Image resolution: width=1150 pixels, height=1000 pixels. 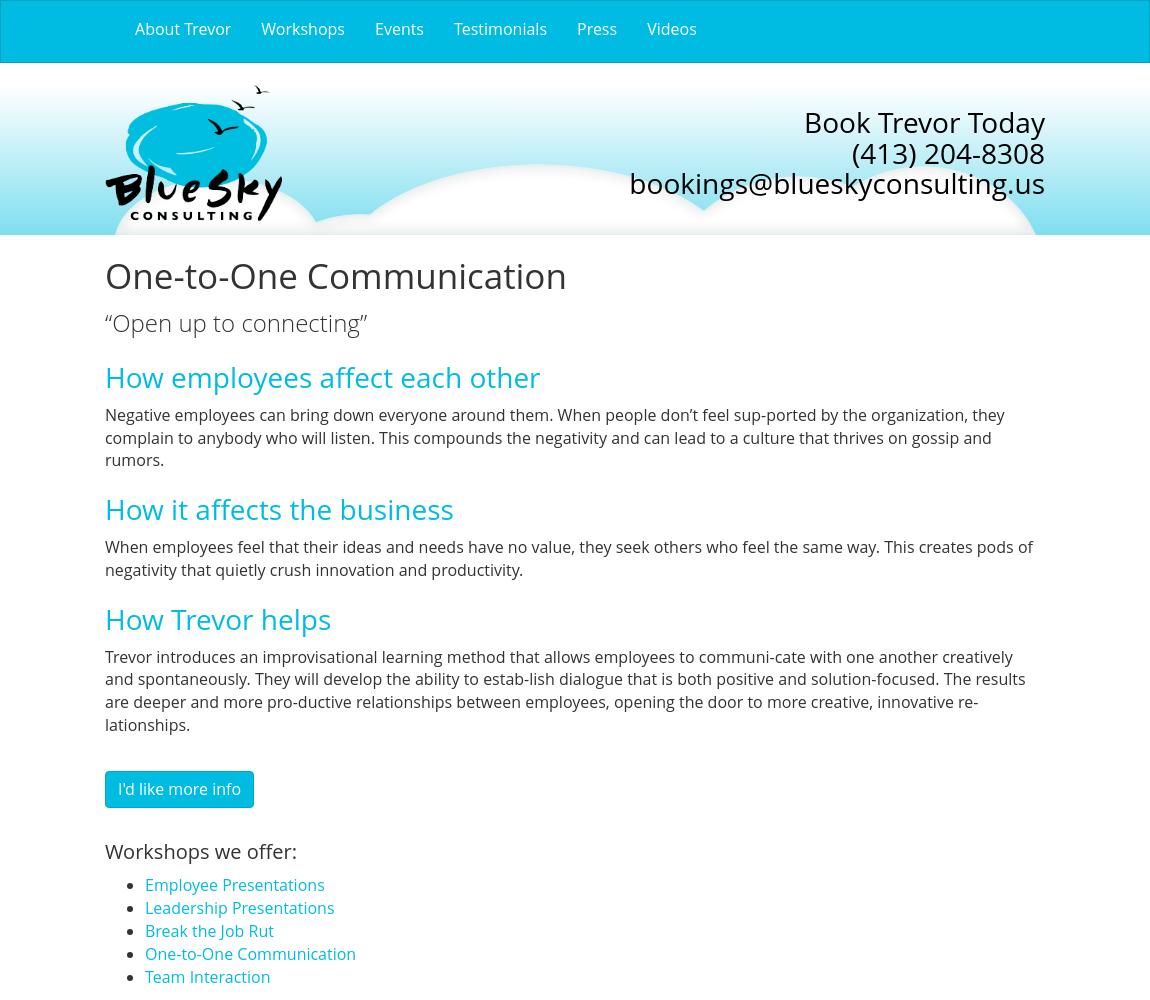 I want to click on 'I'd like more info', so click(x=178, y=788).